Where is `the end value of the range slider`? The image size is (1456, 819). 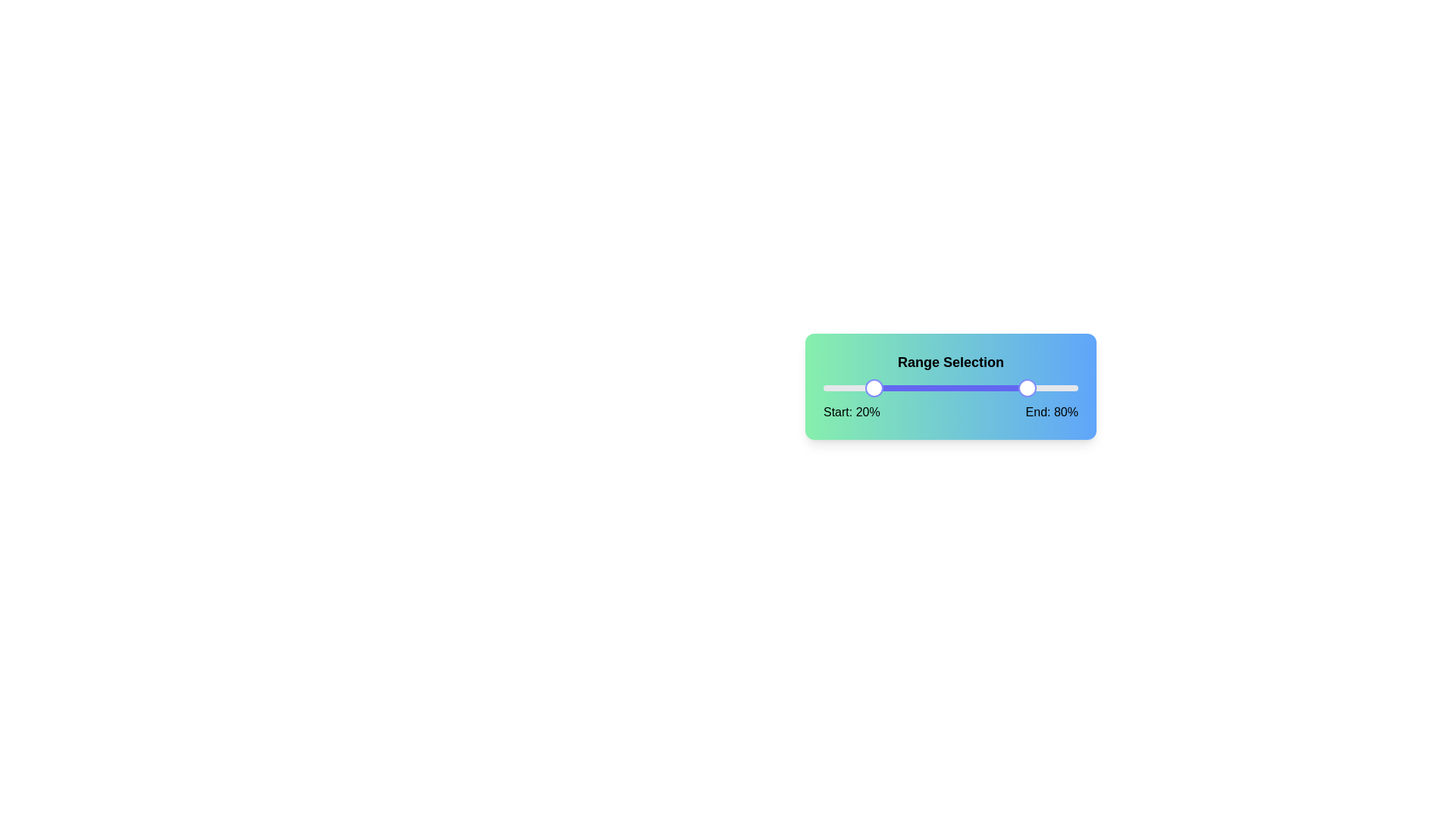
the end value of the range slider is located at coordinates (965, 388).